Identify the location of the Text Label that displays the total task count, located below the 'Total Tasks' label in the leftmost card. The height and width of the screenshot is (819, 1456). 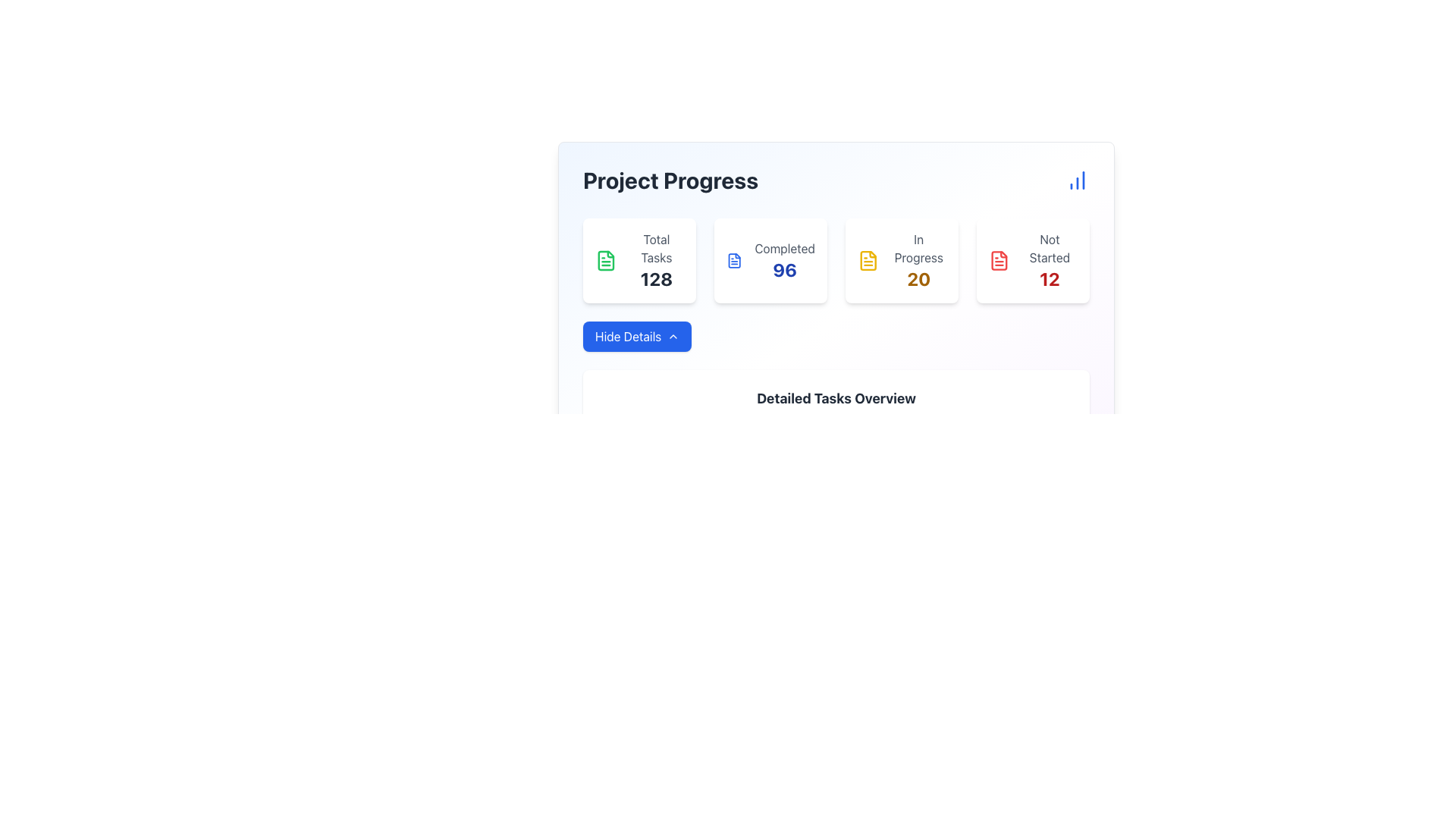
(656, 278).